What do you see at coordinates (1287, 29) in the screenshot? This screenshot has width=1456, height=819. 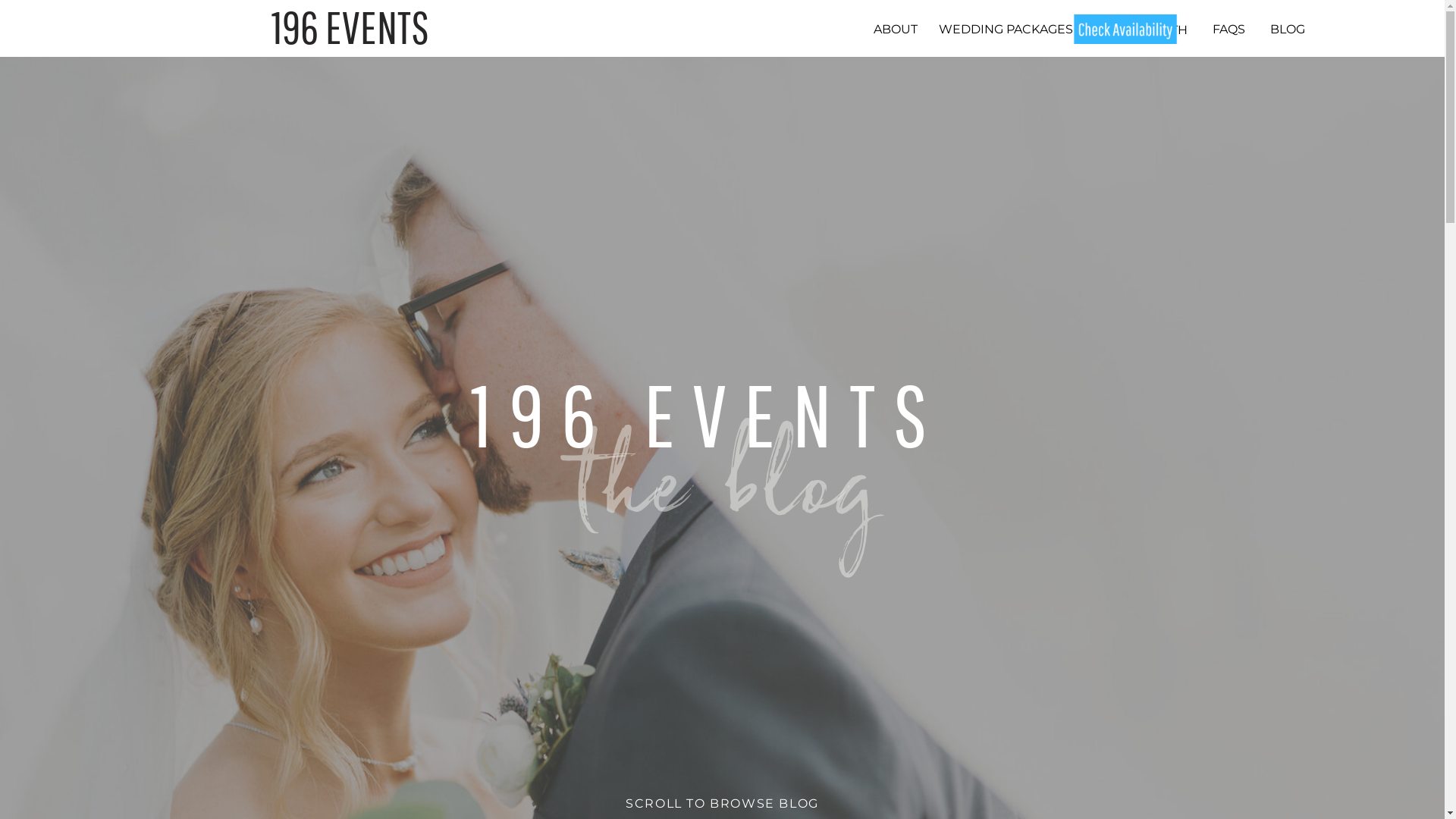 I see `'BLOG'` at bounding box center [1287, 29].